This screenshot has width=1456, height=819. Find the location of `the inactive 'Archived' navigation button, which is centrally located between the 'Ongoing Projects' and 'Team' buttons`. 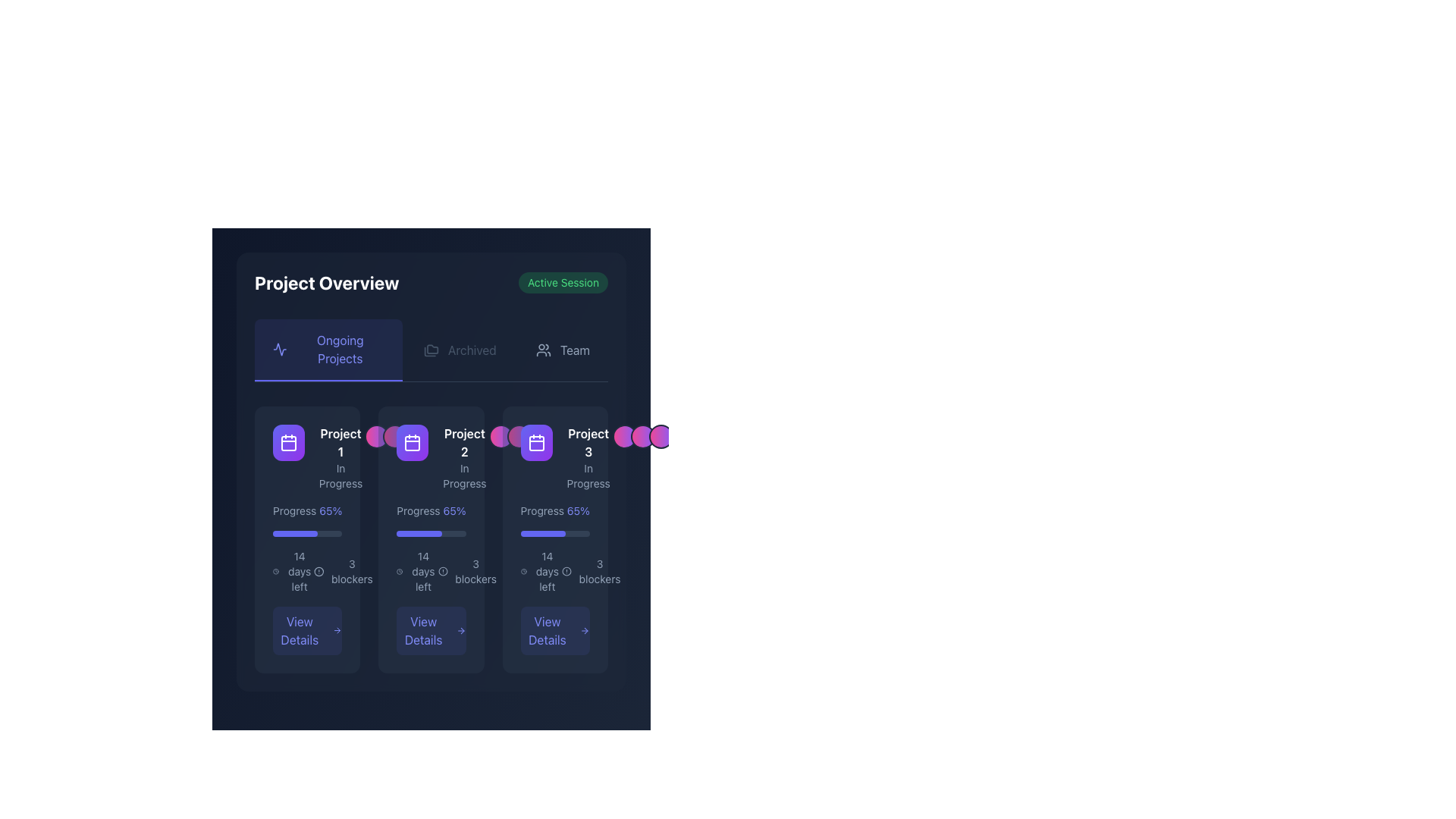

the inactive 'Archived' navigation button, which is centrally located between the 'Ongoing Projects' and 'Team' buttons is located at coordinates (459, 350).